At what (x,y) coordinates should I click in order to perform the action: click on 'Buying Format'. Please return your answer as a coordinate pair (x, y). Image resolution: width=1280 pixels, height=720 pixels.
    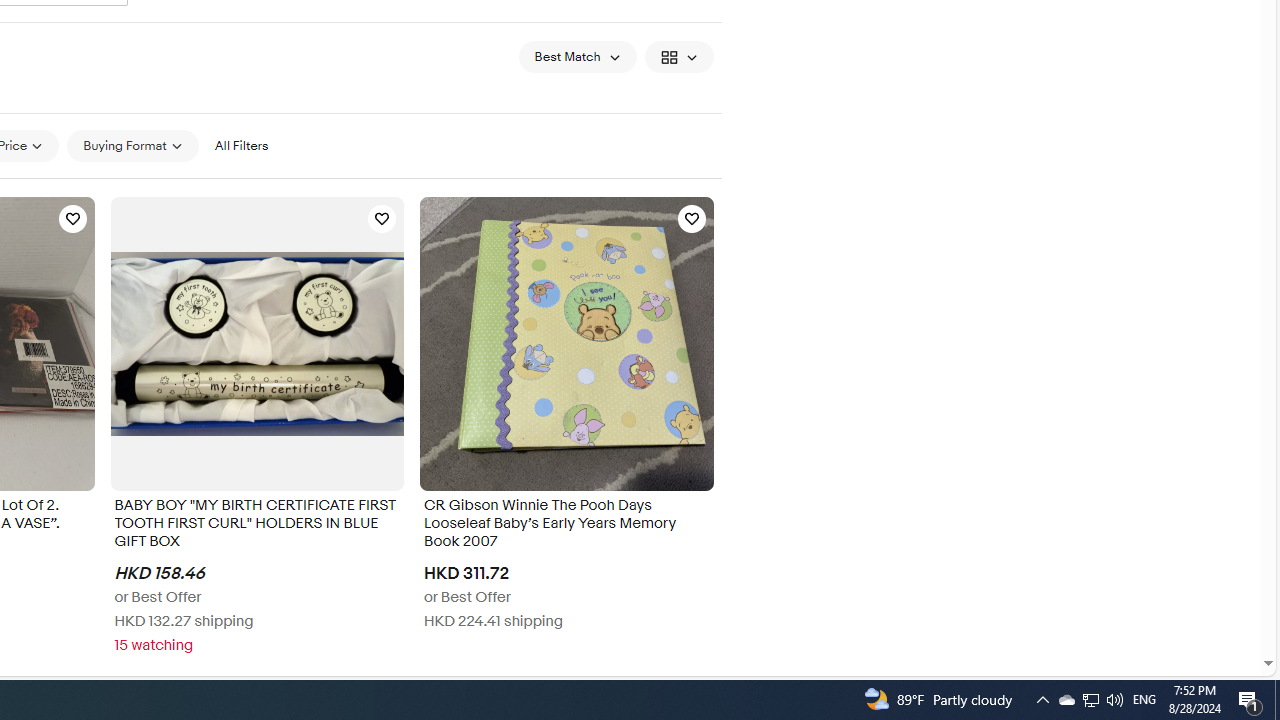
    Looking at the image, I should click on (131, 145).